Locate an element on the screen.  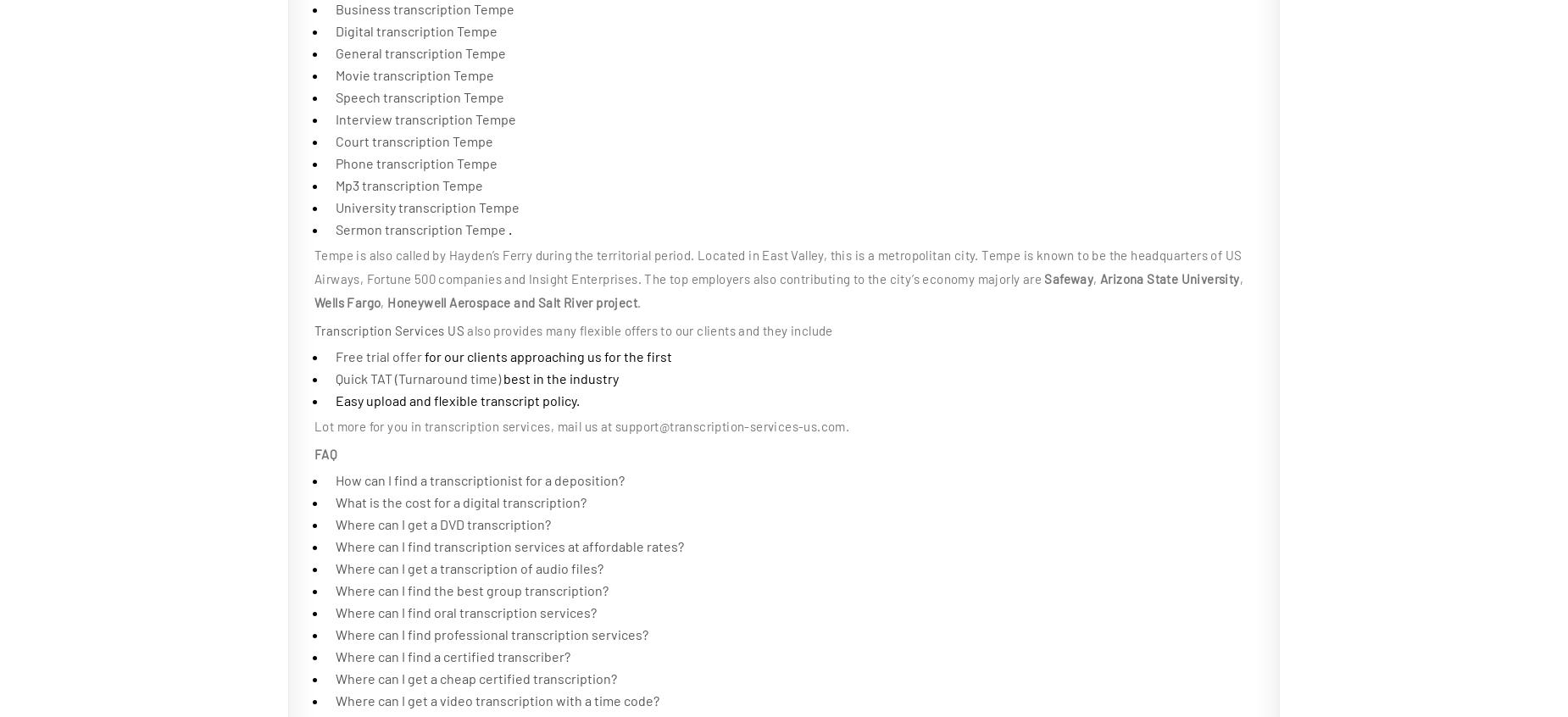
'Movie transcription Tempe' is located at coordinates (414, 75).